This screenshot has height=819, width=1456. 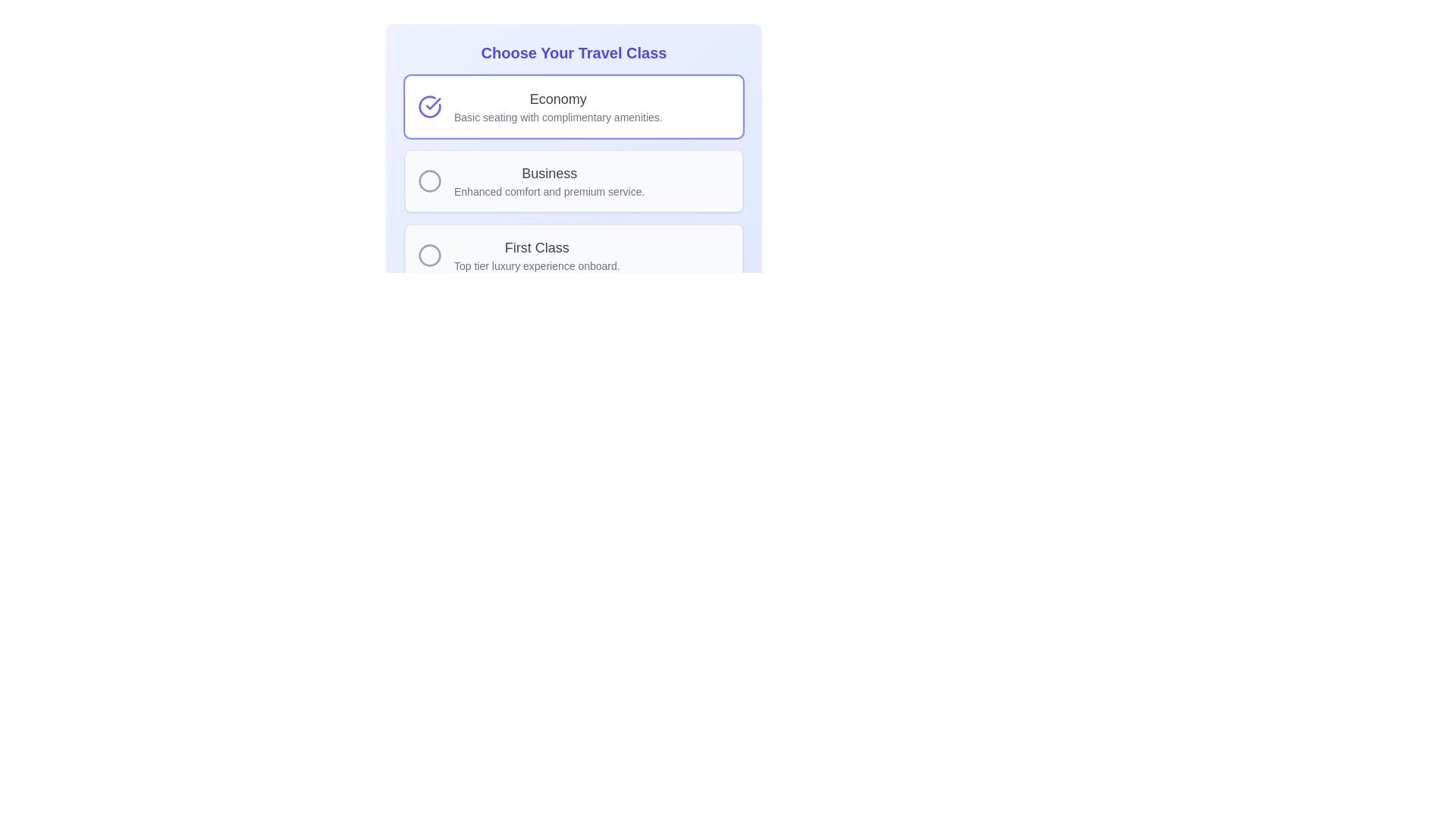 What do you see at coordinates (428, 254) in the screenshot?
I see `the circular radio button with a gray outline next to the 'First Class' label` at bounding box center [428, 254].